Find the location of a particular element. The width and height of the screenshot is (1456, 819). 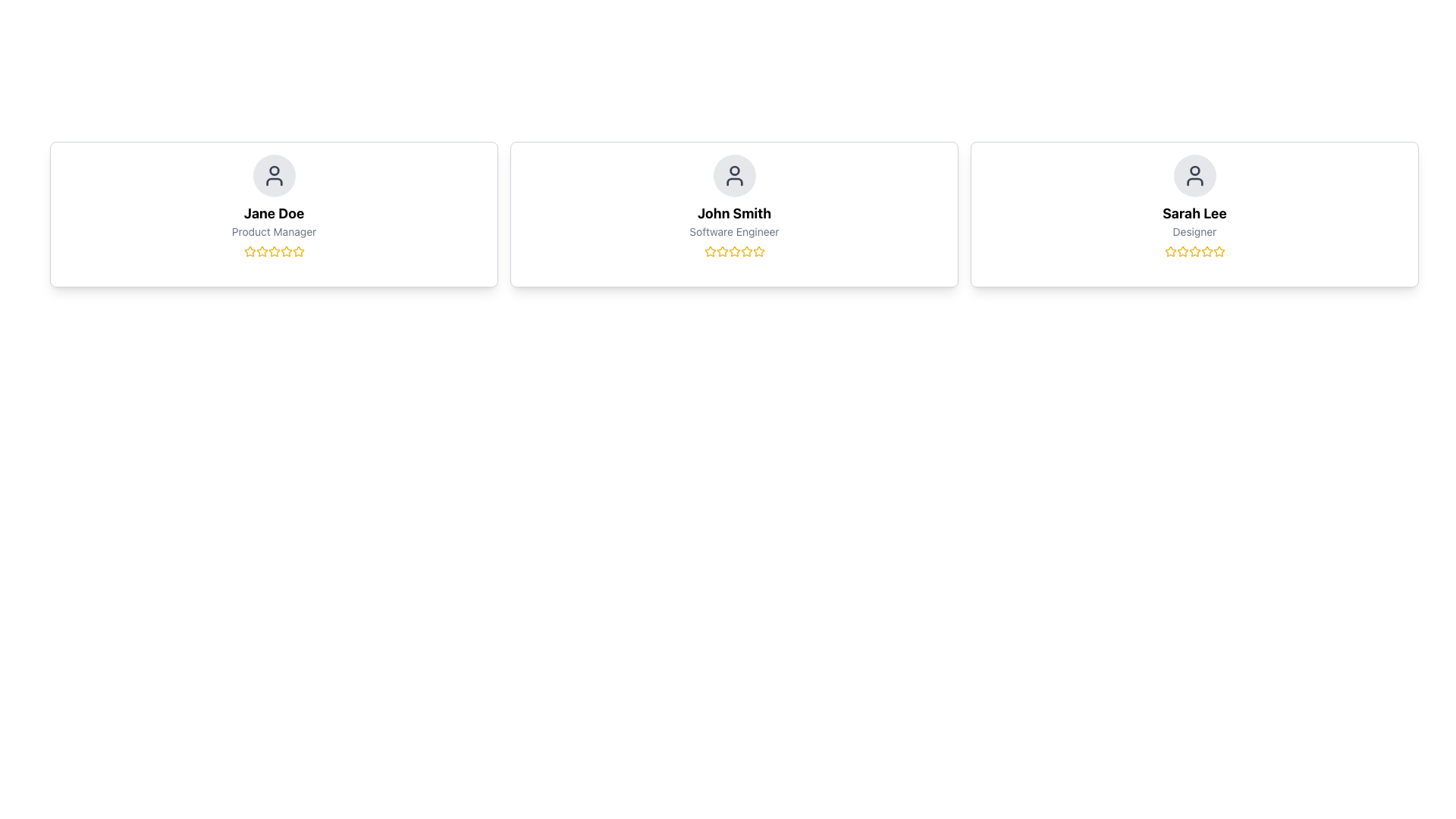

the fifth star in the five-star rating system for 'Sarah Lee' to provide a rating is located at coordinates (1206, 250).